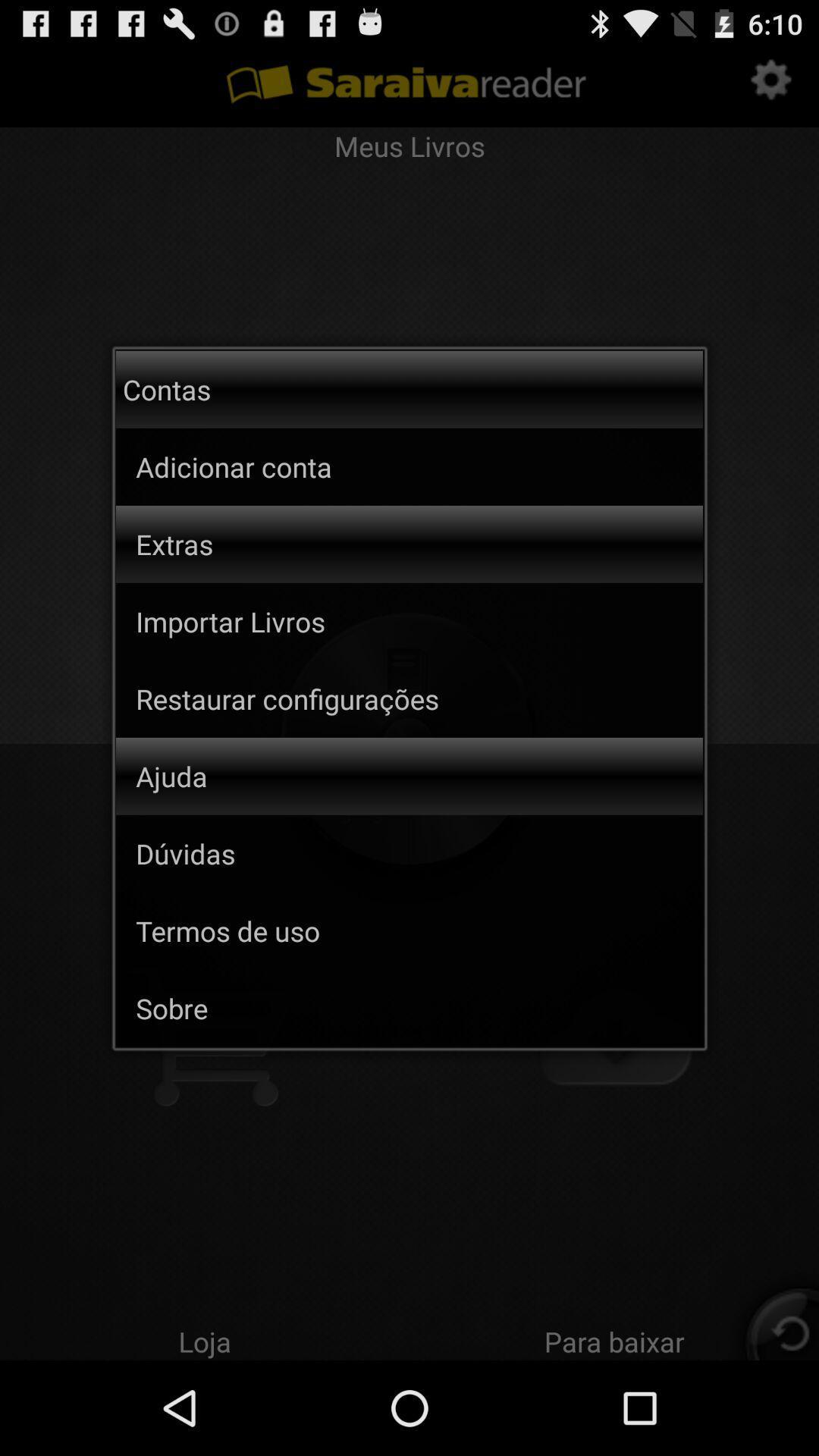  What do you see at coordinates (184, 853) in the screenshot?
I see `the item below the ajuda app` at bounding box center [184, 853].